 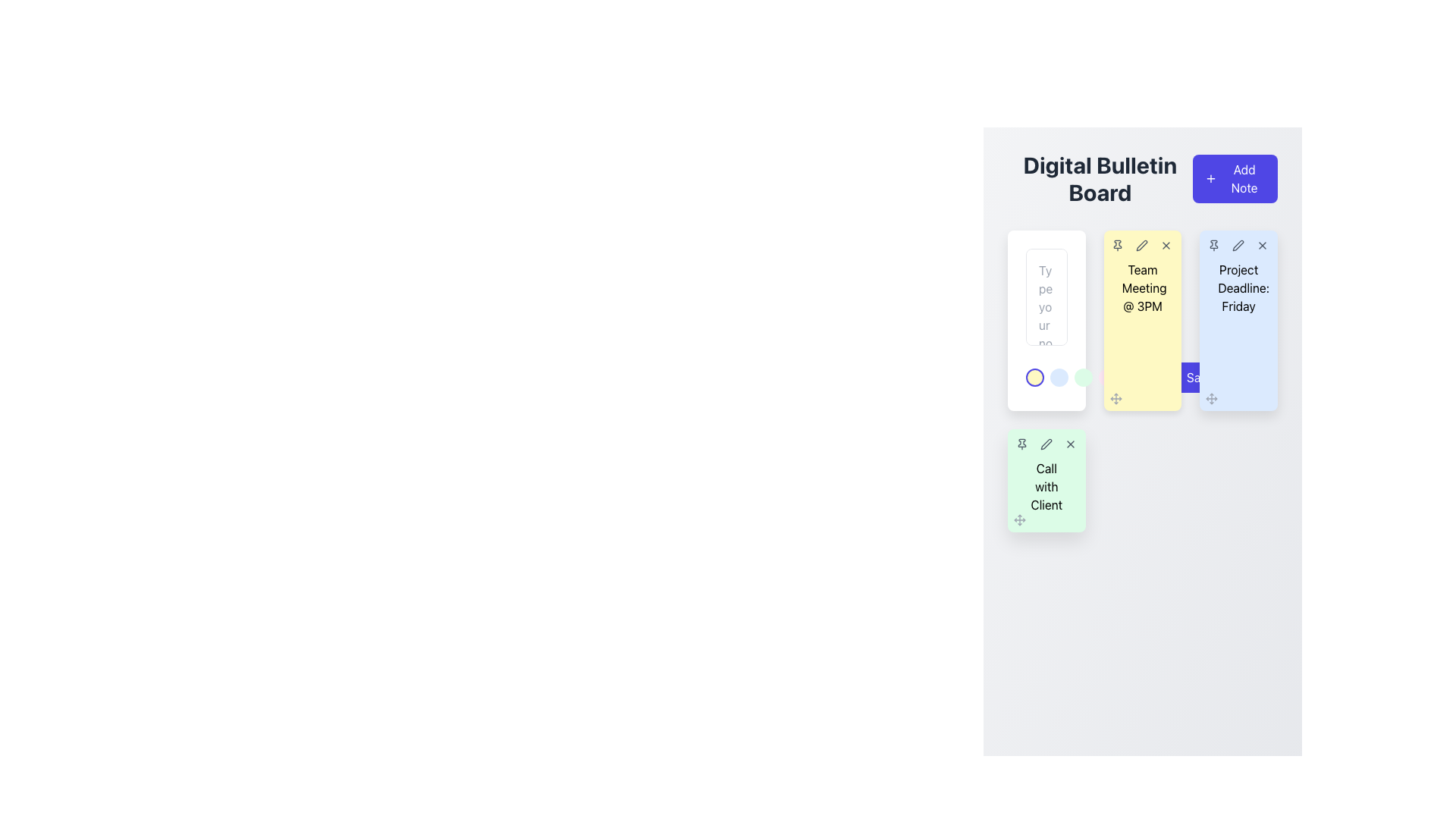 I want to click on the draggable control located at the bottom-left corner of the yellow card titled 'Team Meeting @ 3PM', so click(x=1116, y=397).